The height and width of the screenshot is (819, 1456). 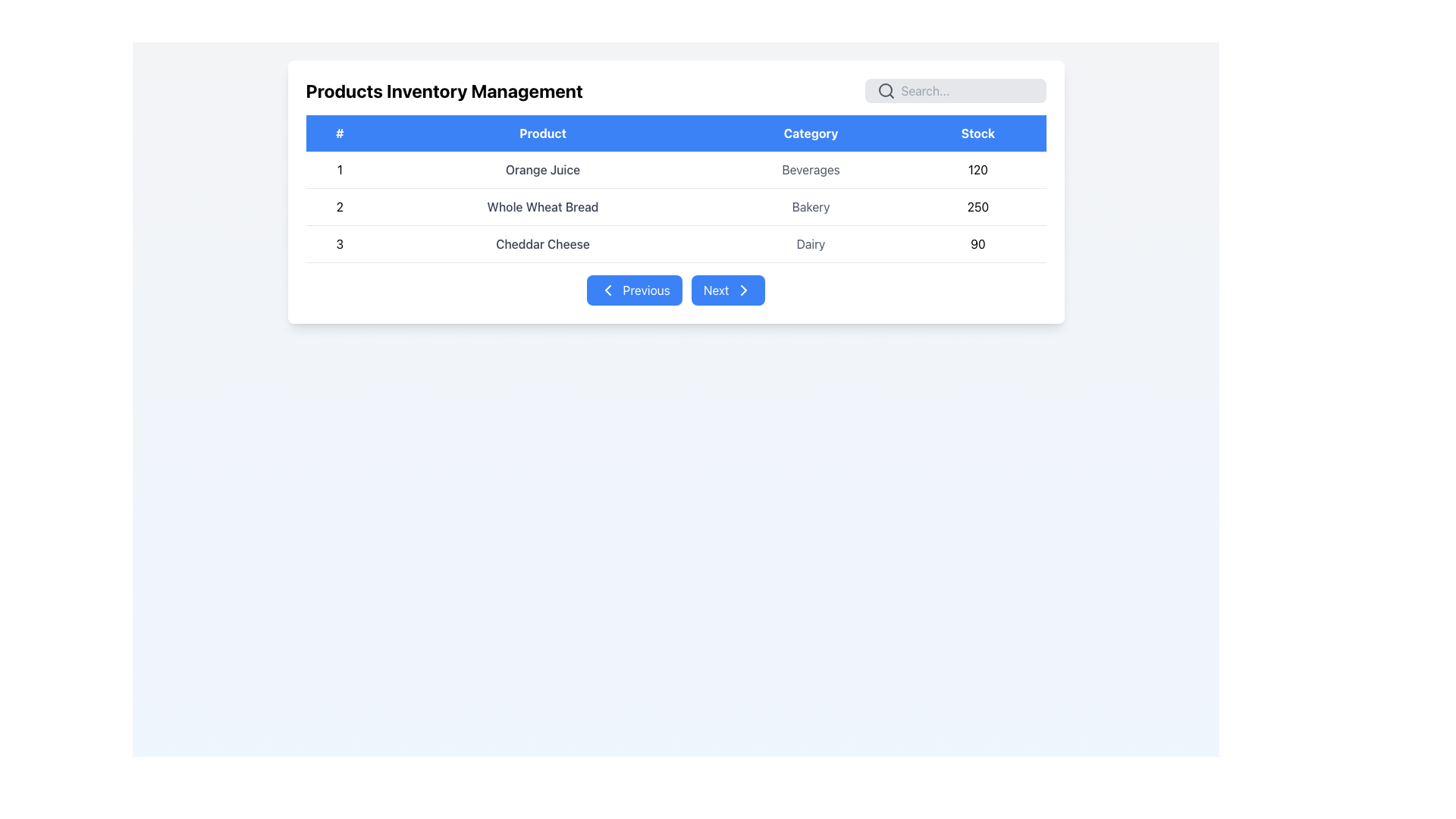 I want to click on the Text Label that displays the product name in the second column of the second row of the inventory table, positioned between the quantity '2' and the category 'Bakery', so click(x=542, y=207).